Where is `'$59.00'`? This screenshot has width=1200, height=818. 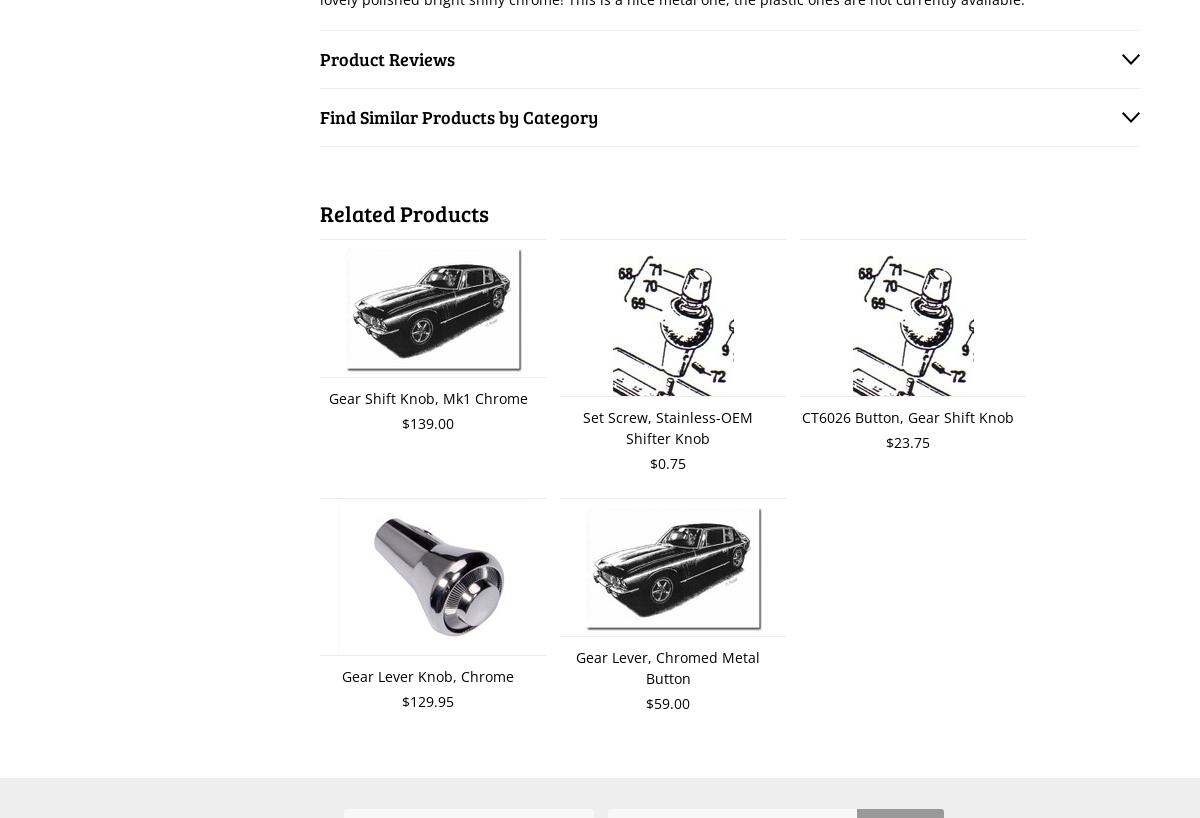
'$59.00' is located at coordinates (668, 702).